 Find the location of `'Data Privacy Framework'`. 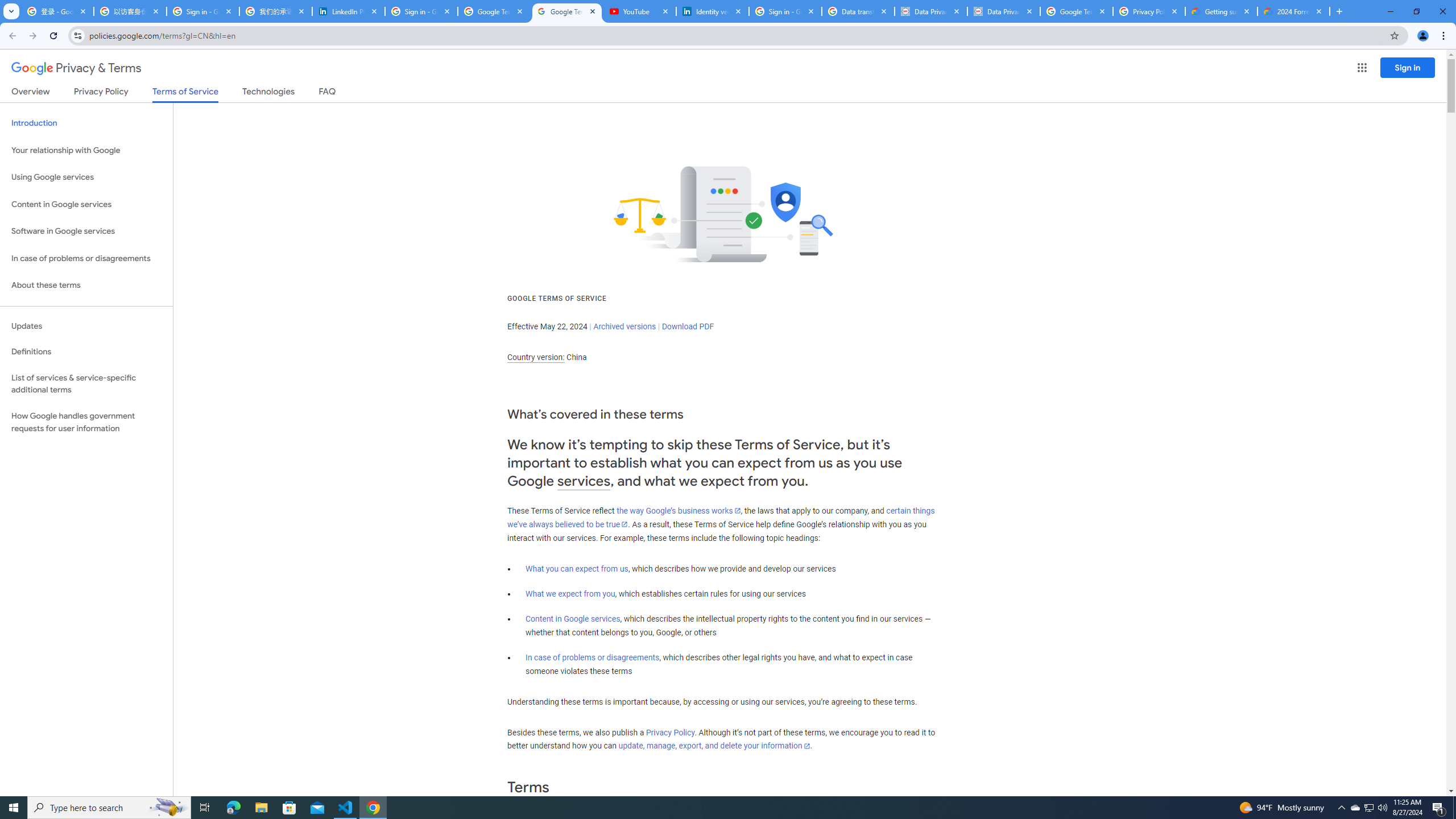

'Data Privacy Framework' is located at coordinates (1004, 11).